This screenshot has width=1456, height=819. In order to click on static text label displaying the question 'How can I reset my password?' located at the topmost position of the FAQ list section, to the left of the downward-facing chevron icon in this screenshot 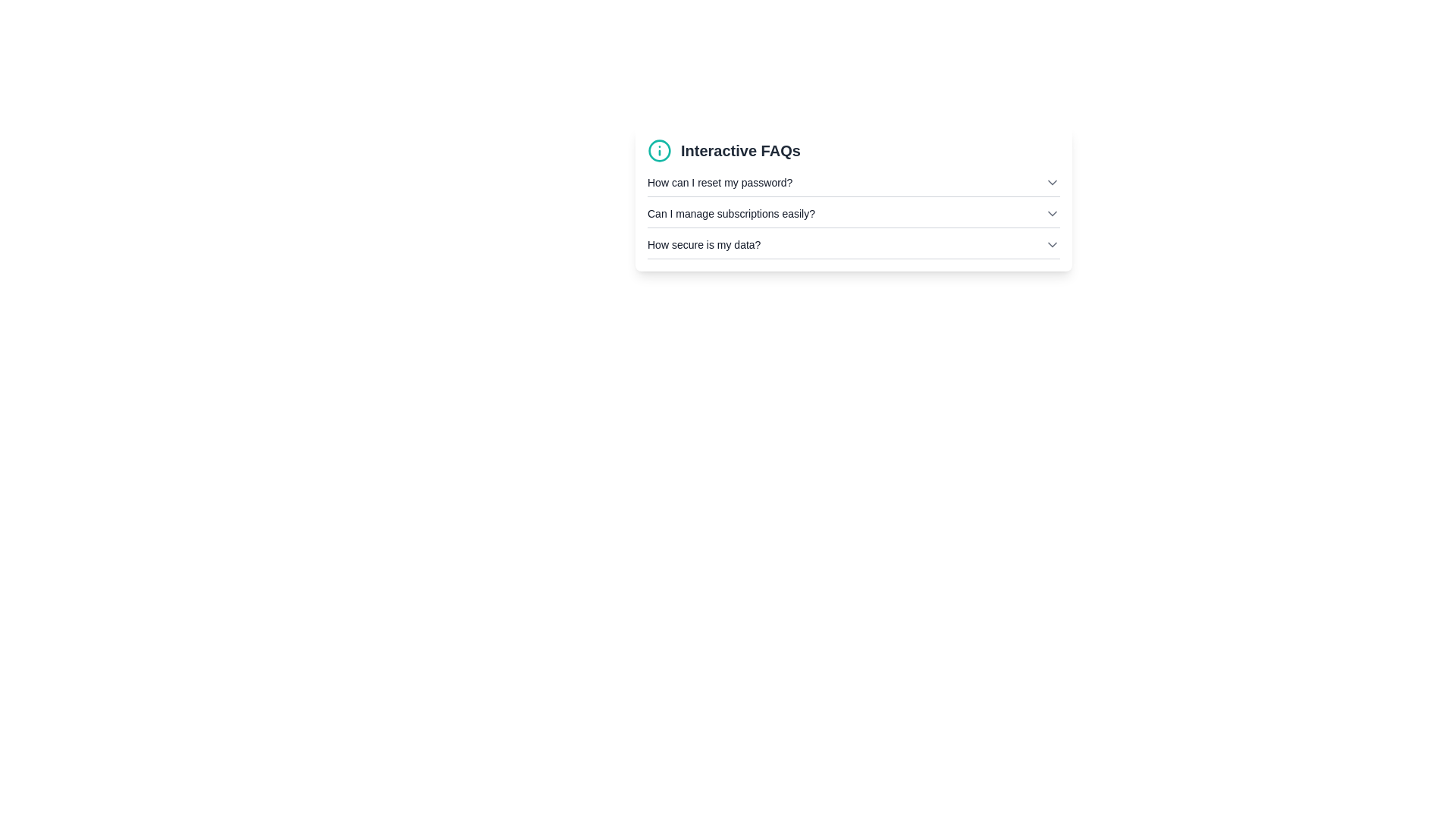, I will do `click(719, 181)`.